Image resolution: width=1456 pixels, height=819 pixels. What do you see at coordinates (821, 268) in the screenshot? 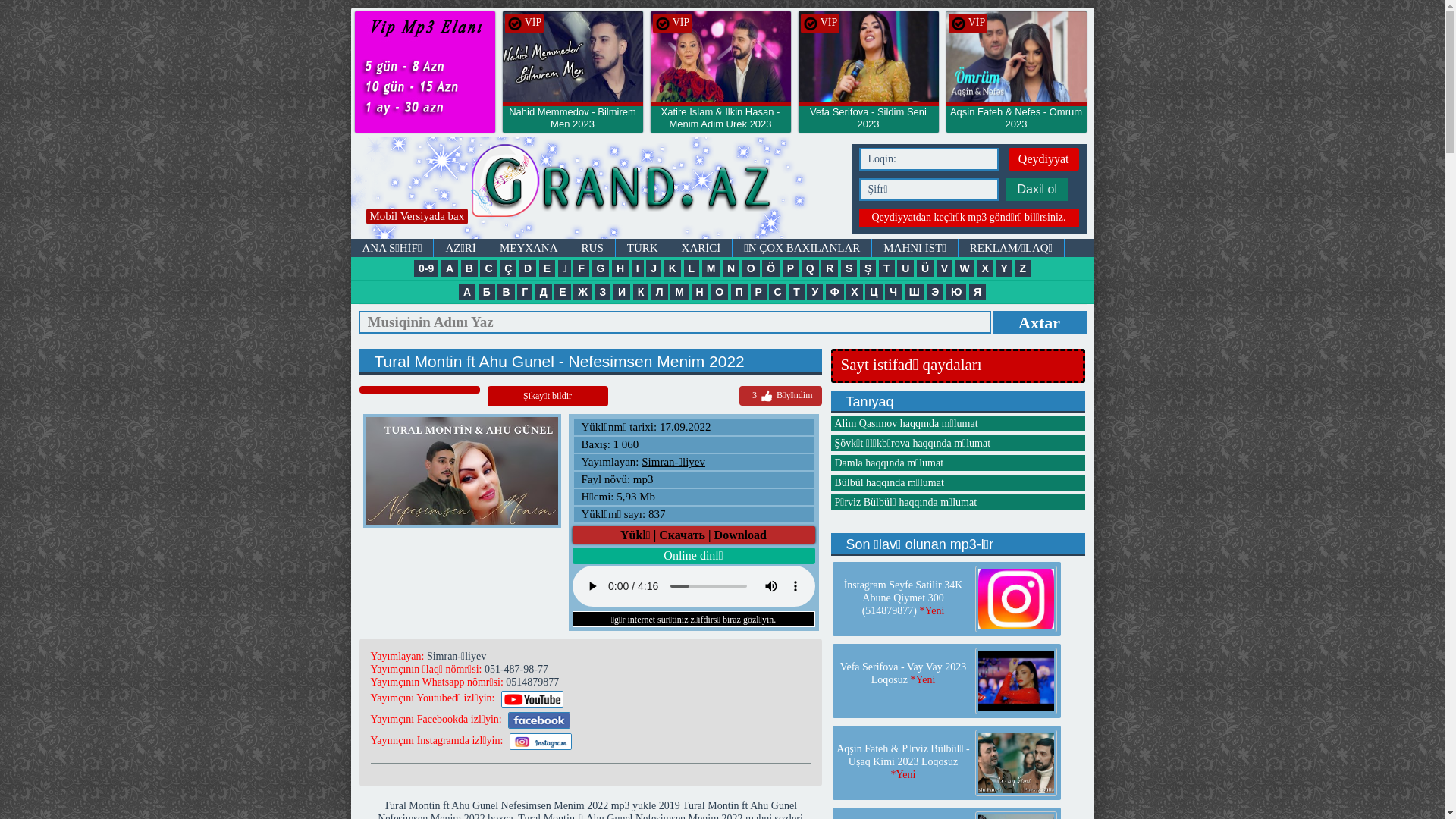
I see `'R'` at bounding box center [821, 268].